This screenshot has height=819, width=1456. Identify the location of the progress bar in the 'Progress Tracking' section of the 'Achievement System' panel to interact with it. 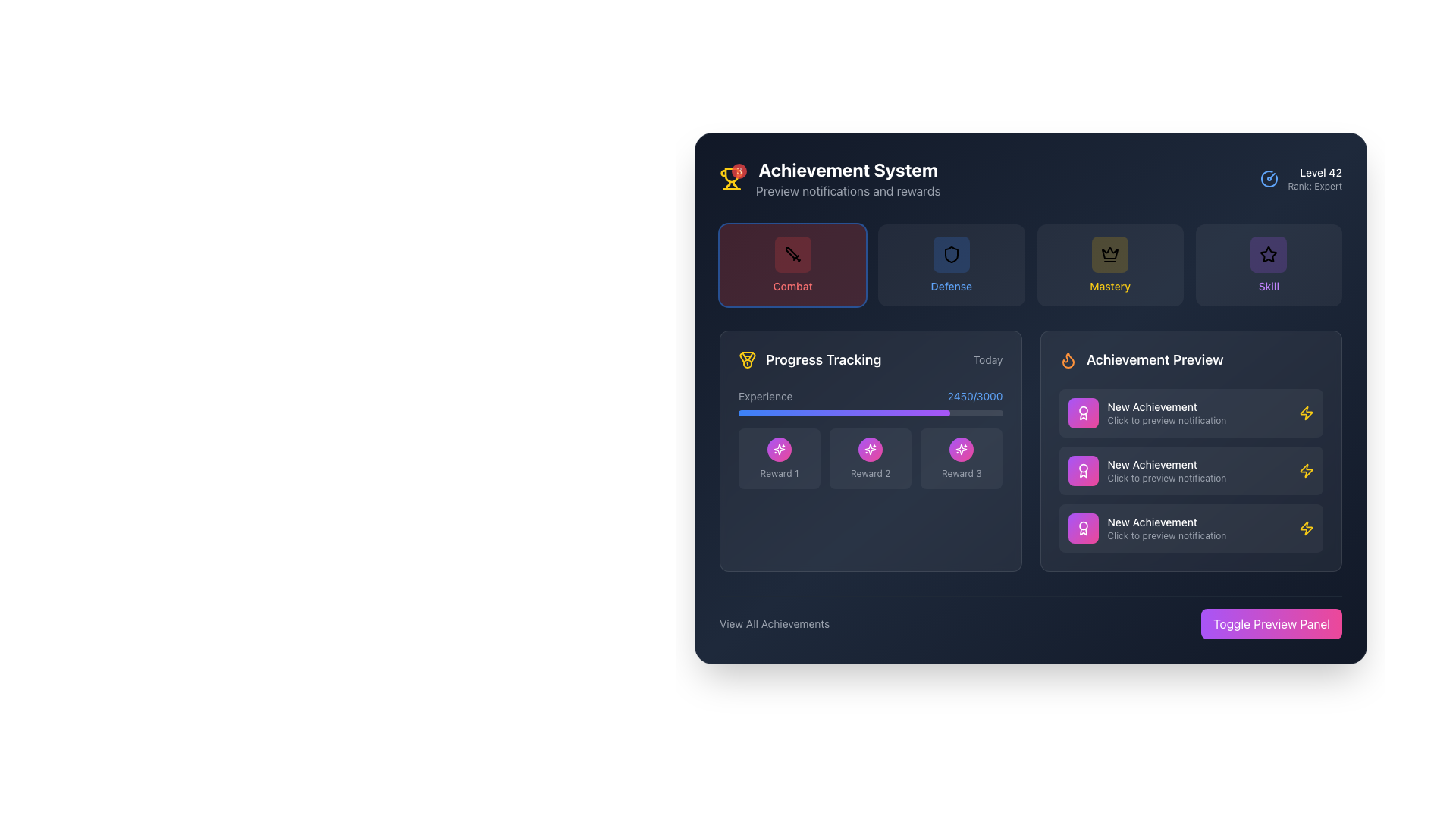
(871, 402).